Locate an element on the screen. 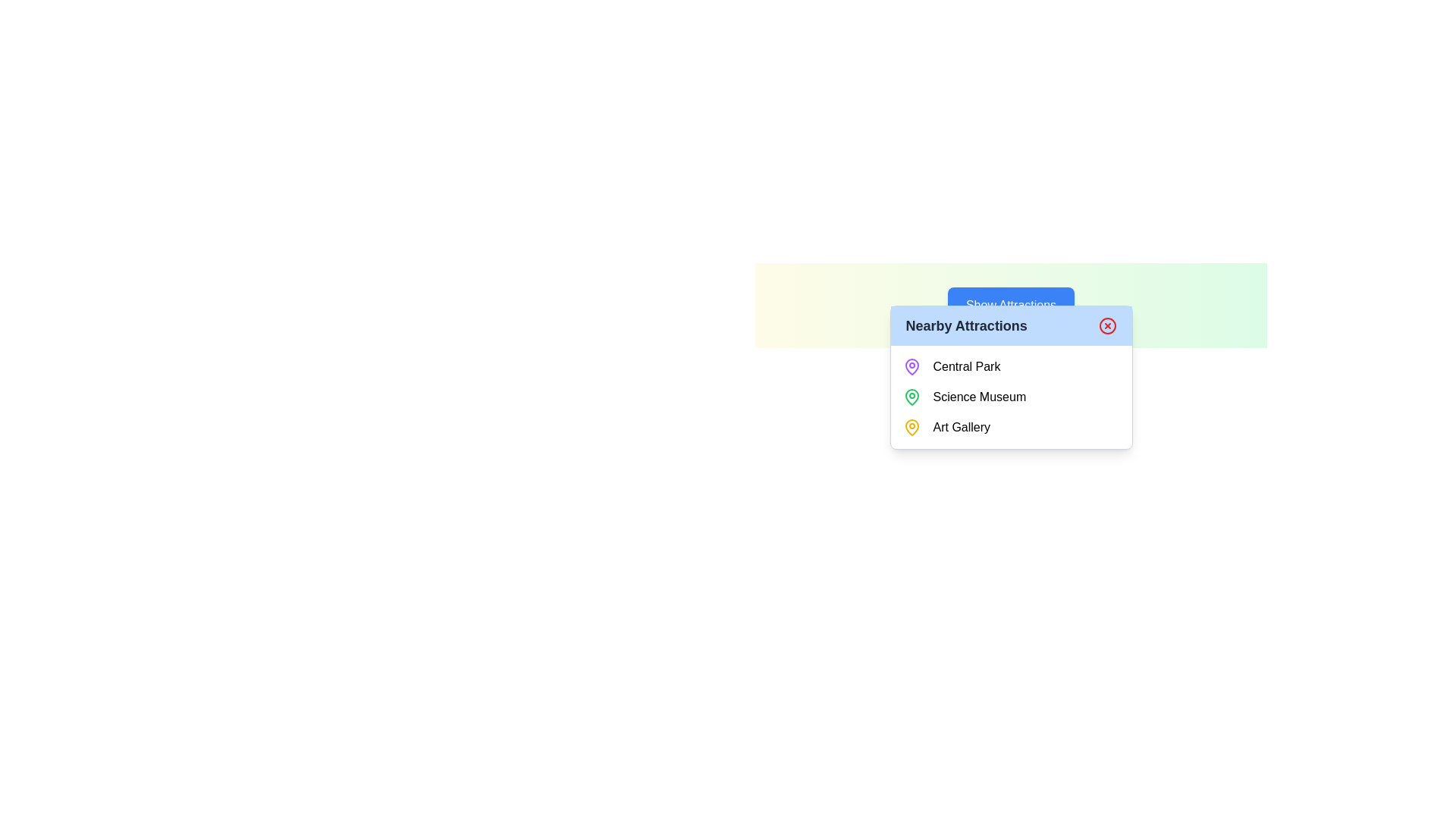 This screenshot has height=819, width=1456. text label displaying 'Central Park', which is the first item in a vertical list of attractions within a tooltip or dialog box, positioned to the right of a purple location pin icon is located at coordinates (965, 366).